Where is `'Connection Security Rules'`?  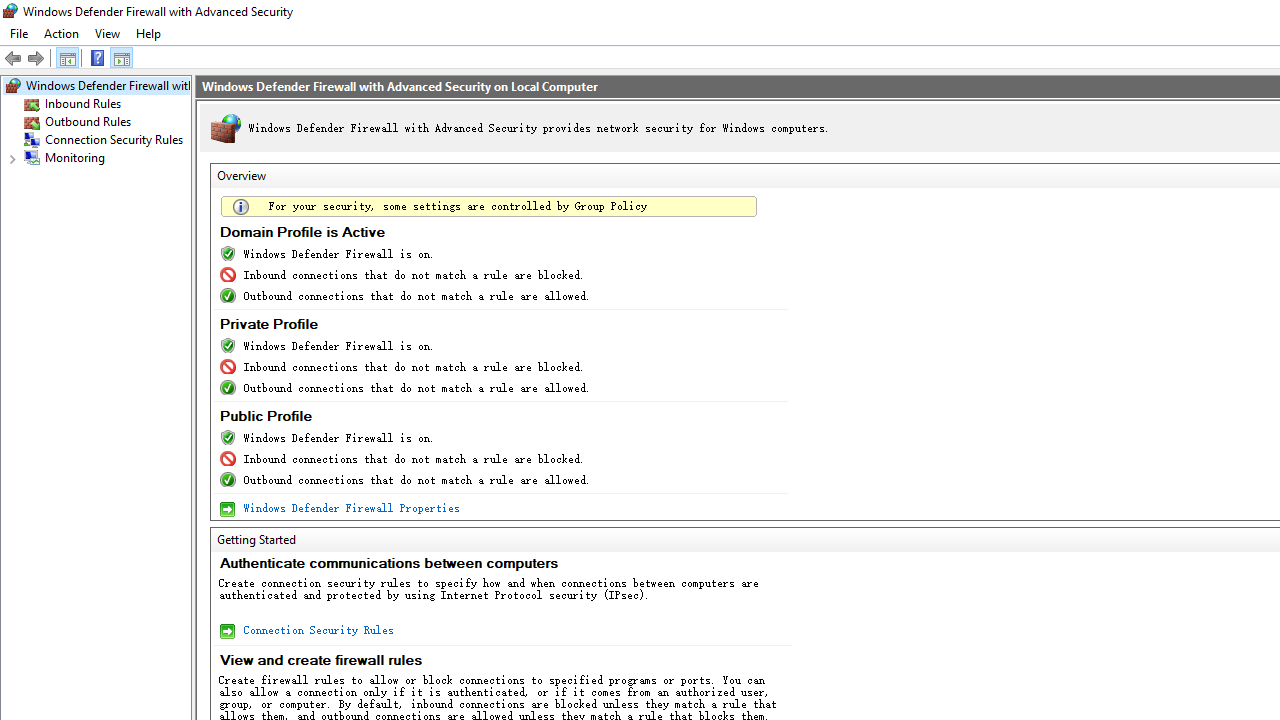
'Connection Security Rules' is located at coordinates (315, 630).